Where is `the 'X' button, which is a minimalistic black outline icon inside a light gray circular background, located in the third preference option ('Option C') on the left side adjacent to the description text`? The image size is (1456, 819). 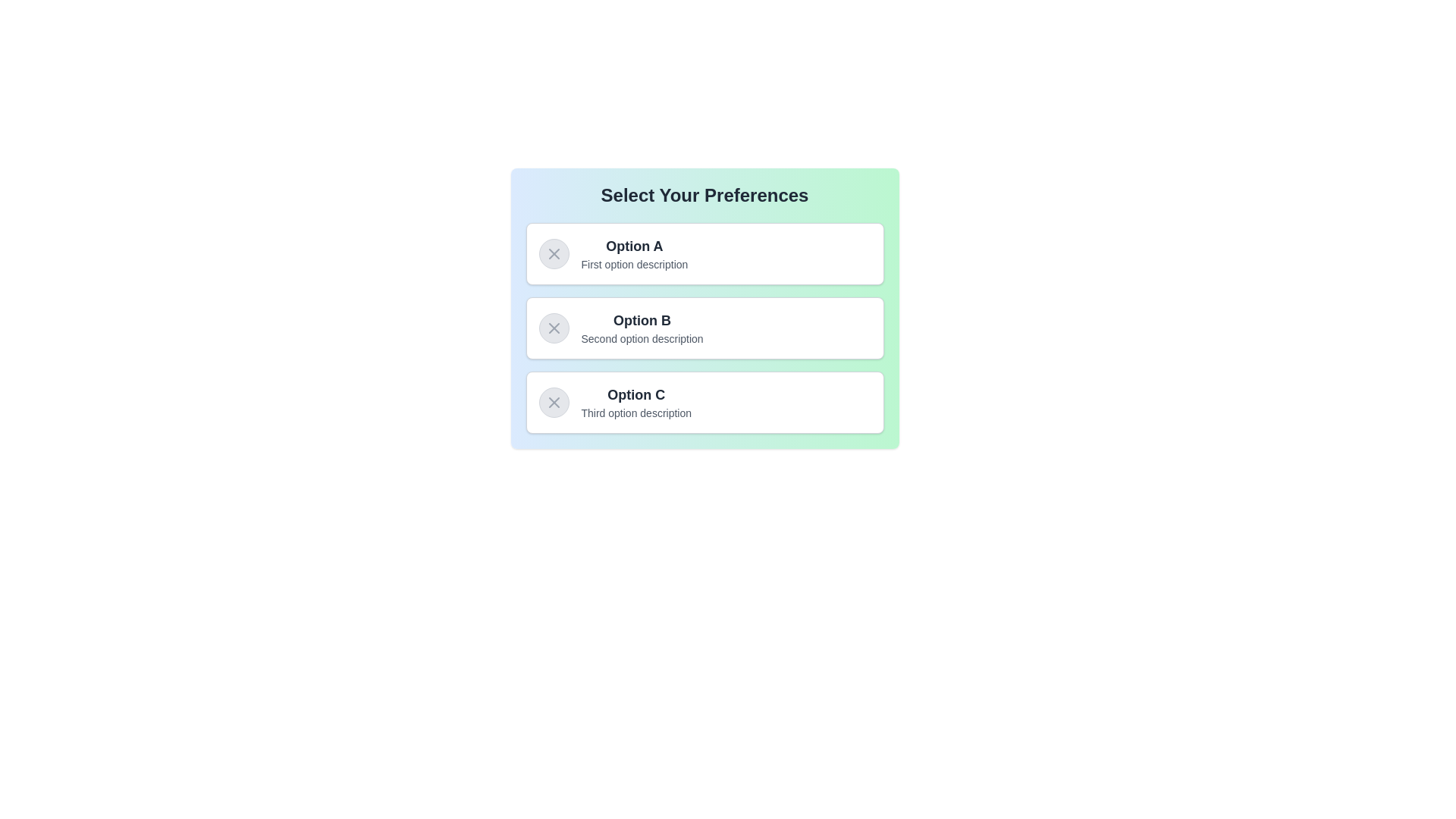 the 'X' button, which is a minimalistic black outline icon inside a light gray circular background, located in the third preference option ('Option C') on the left side adjacent to the description text is located at coordinates (553, 402).